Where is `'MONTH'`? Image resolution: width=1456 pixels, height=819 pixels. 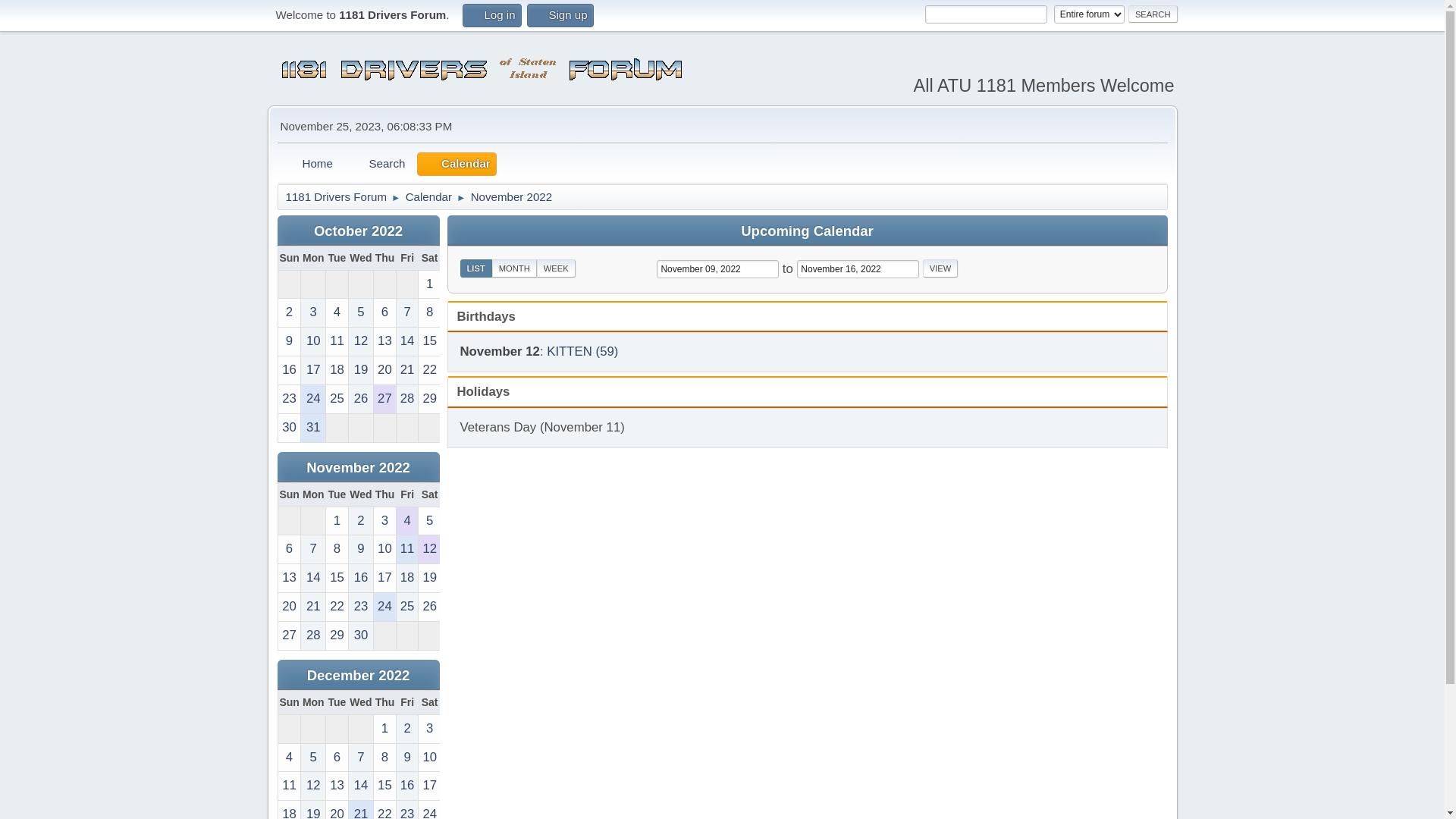
'MONTH' is located at coordinates (514, 268).